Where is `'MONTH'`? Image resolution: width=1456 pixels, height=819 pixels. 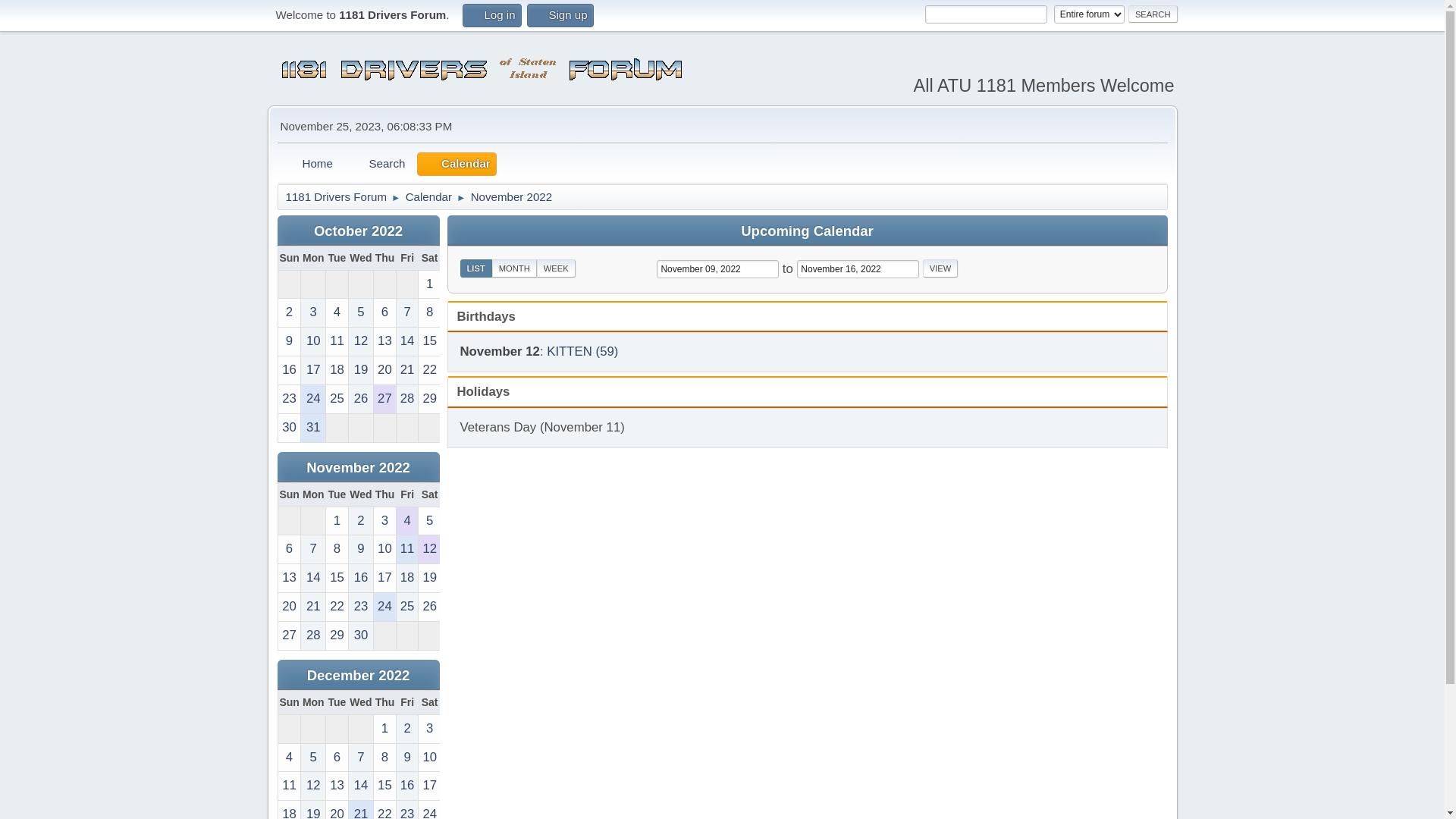
'MONTH' is located at coordinates (514, 268).